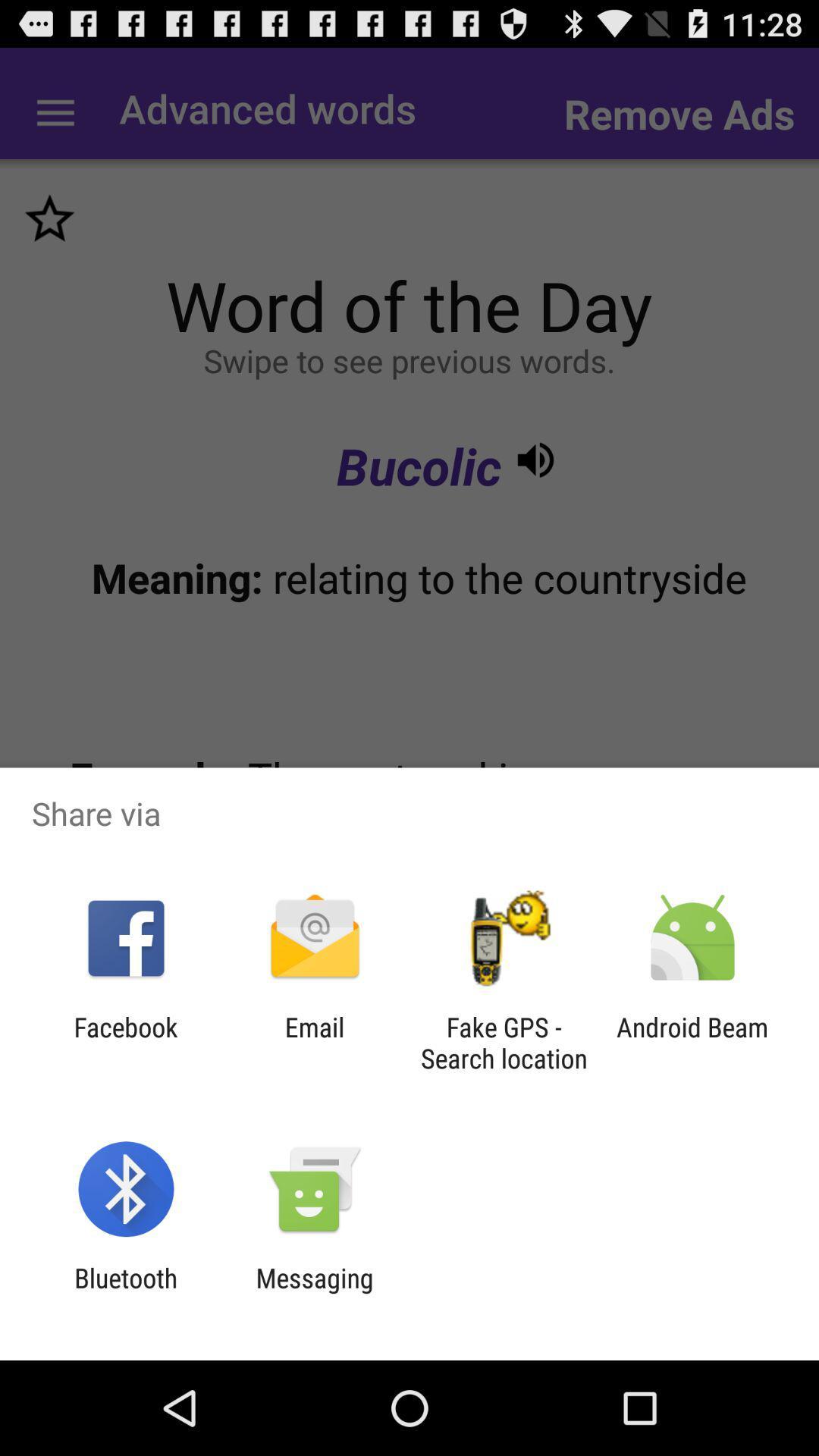  What do you see at coordinates (504, 1042) in the screenshot?
I see `the icon to the left of the android beam` at bounding box center [504, 1042].